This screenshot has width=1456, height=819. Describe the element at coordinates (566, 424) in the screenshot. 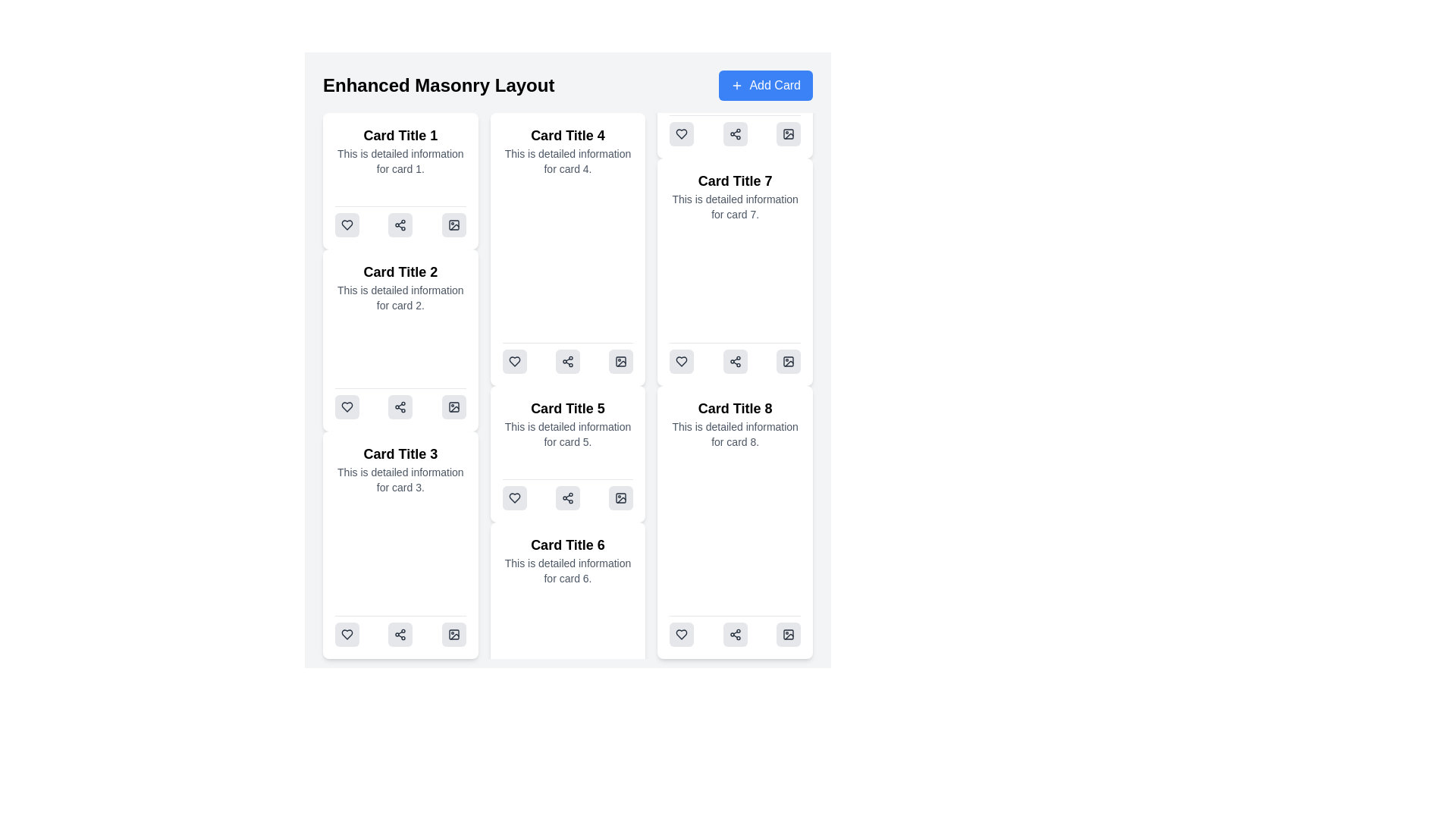

I see `text content of the composite text component that provides information about 'Card 5', located in the second column and second row of the grid layout, positioned below 'Card Title 4' and above 'Card Title 6'` at that location.